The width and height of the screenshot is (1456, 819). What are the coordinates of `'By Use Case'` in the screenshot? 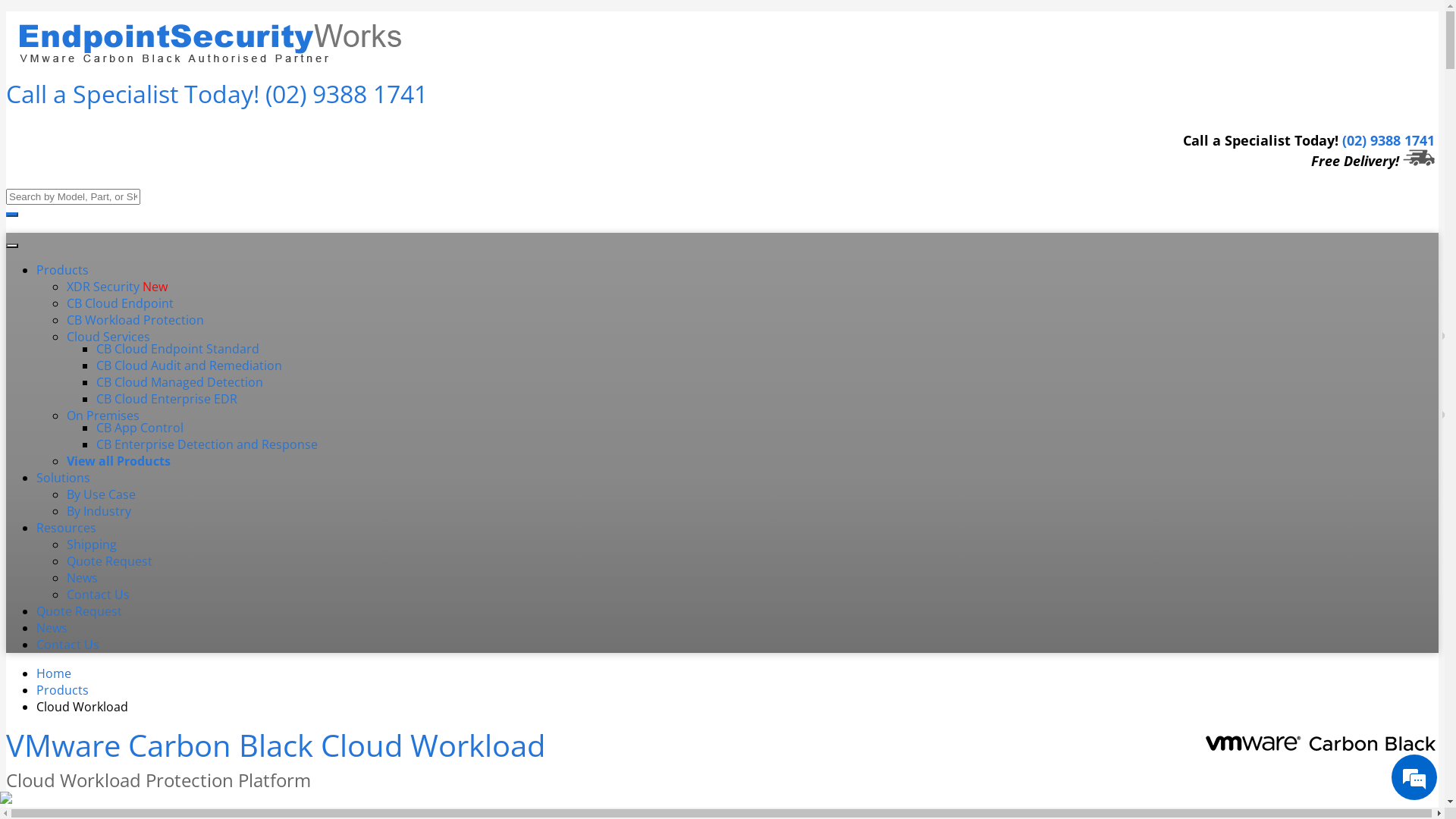 It's located at (100, 494).